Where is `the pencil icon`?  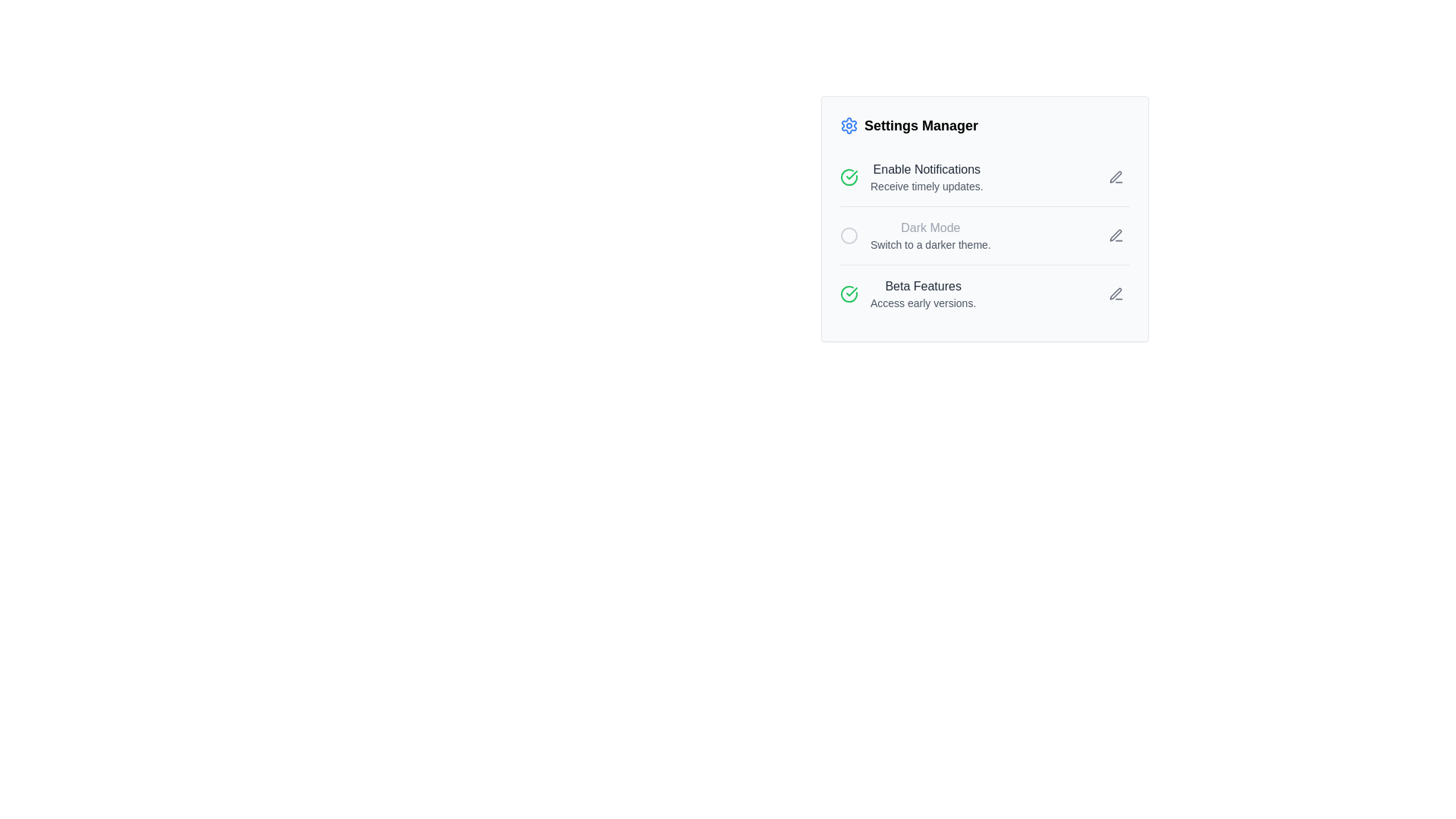
the pencil icon is located at coordinates (985, 235).